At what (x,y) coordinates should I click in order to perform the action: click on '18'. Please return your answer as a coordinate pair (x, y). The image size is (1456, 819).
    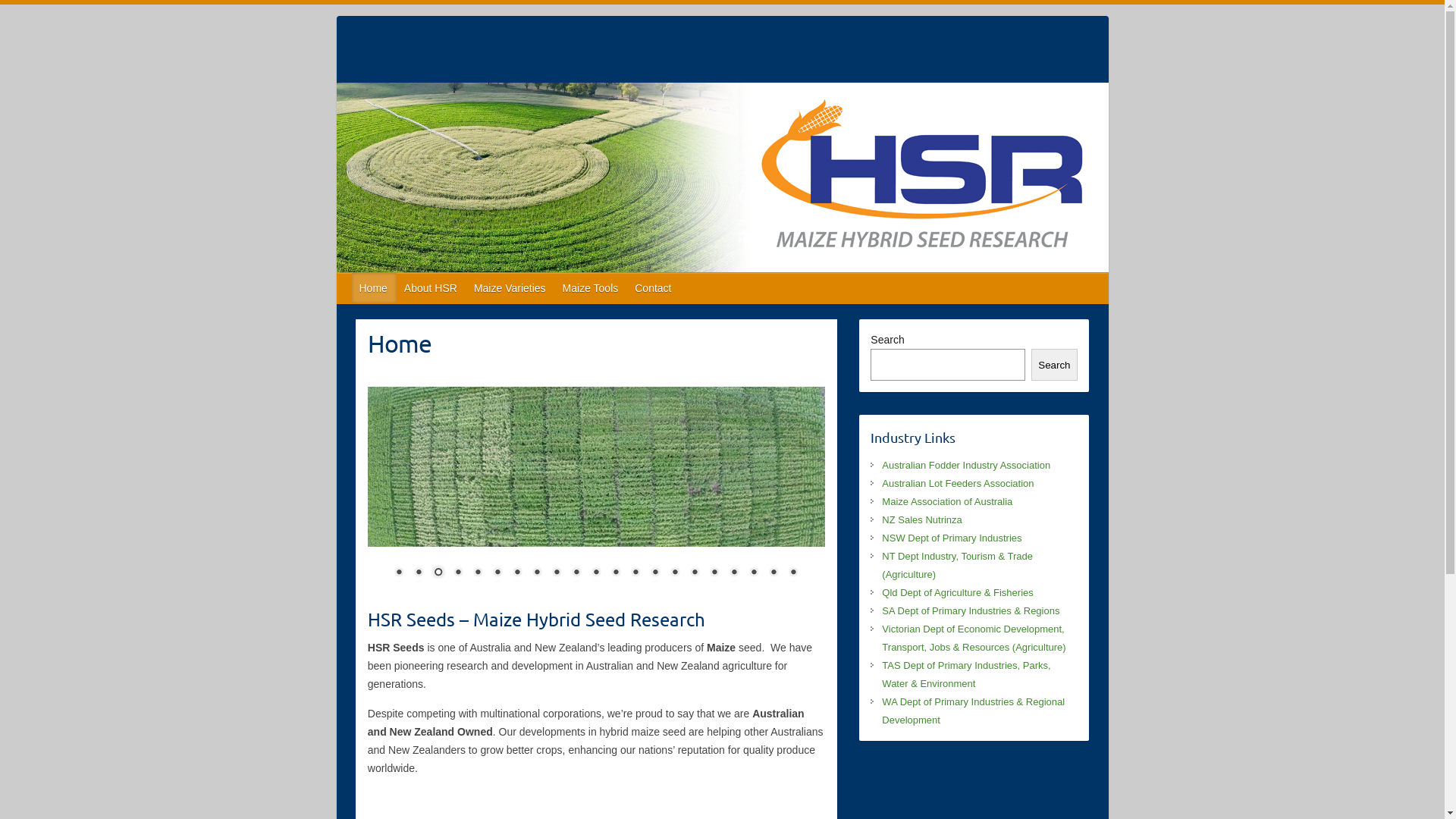
    Looking at the image, I should click on (734, 573).